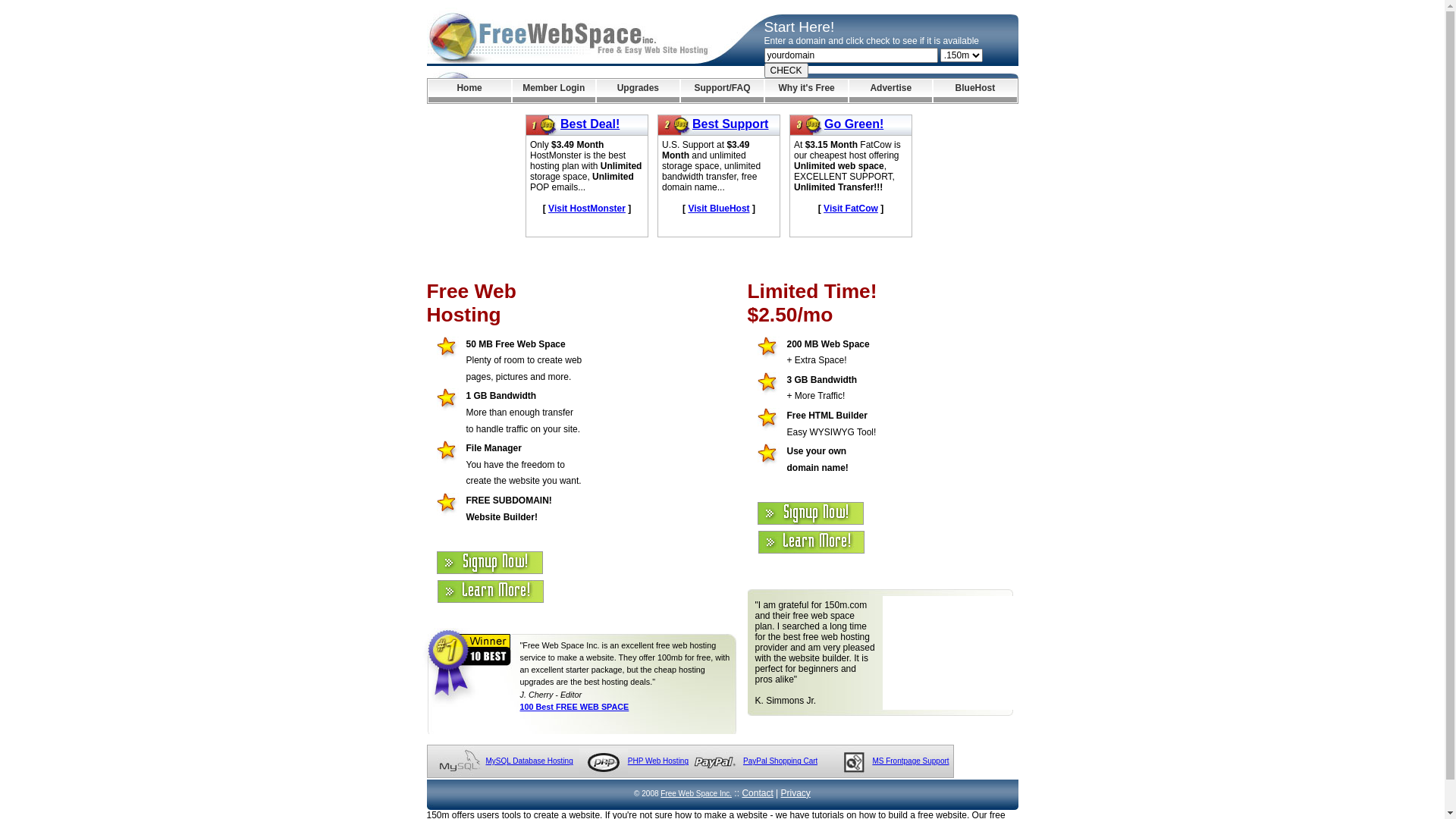  I want to click on 'PayPal Shopping Cart', so click(780, 761).